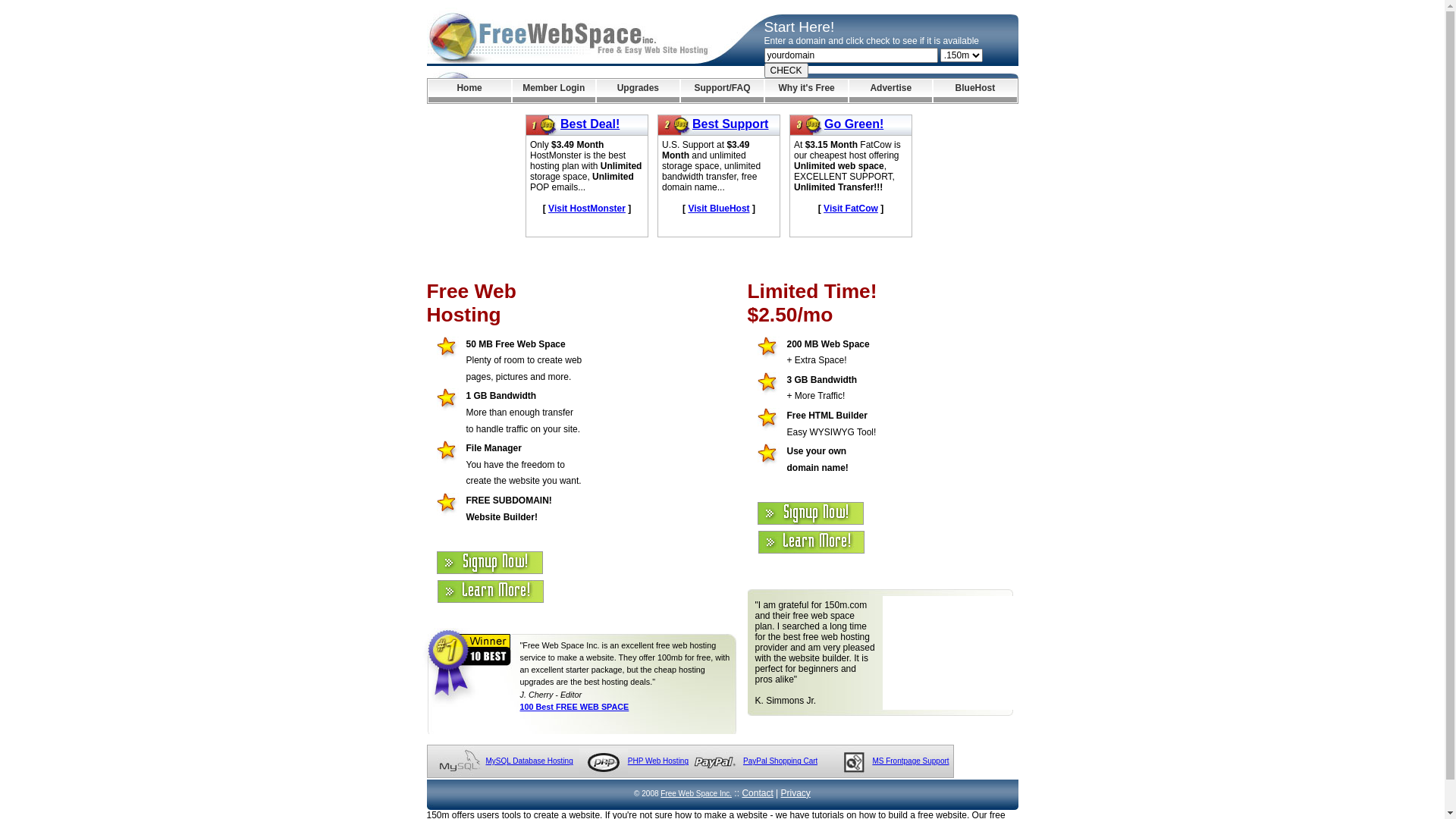  I want to click on 'PayPal Shopping Cart', so click(780, 761).